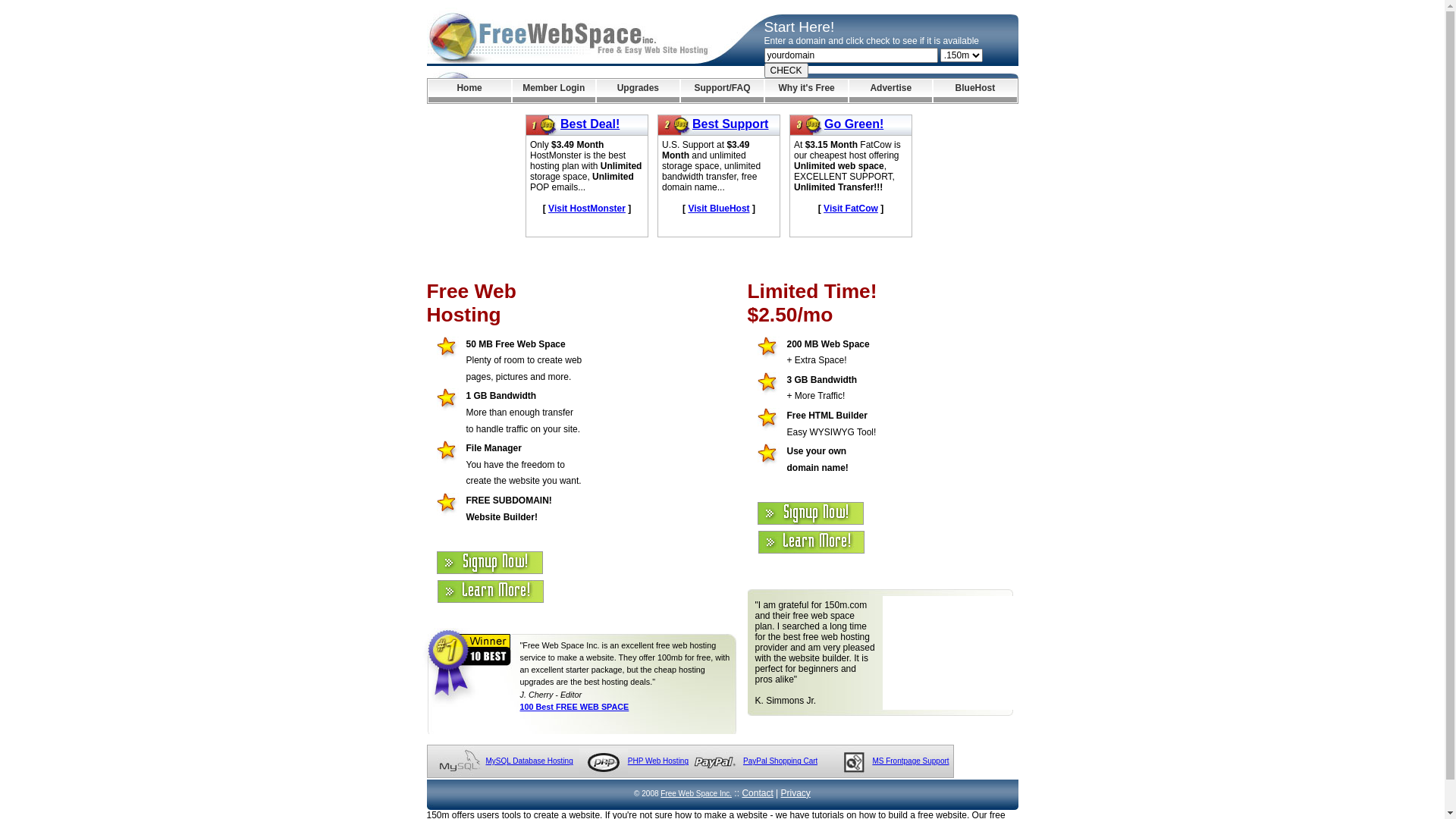  I want to click on 'PayPal Shopping Cart', so click(780, 761).